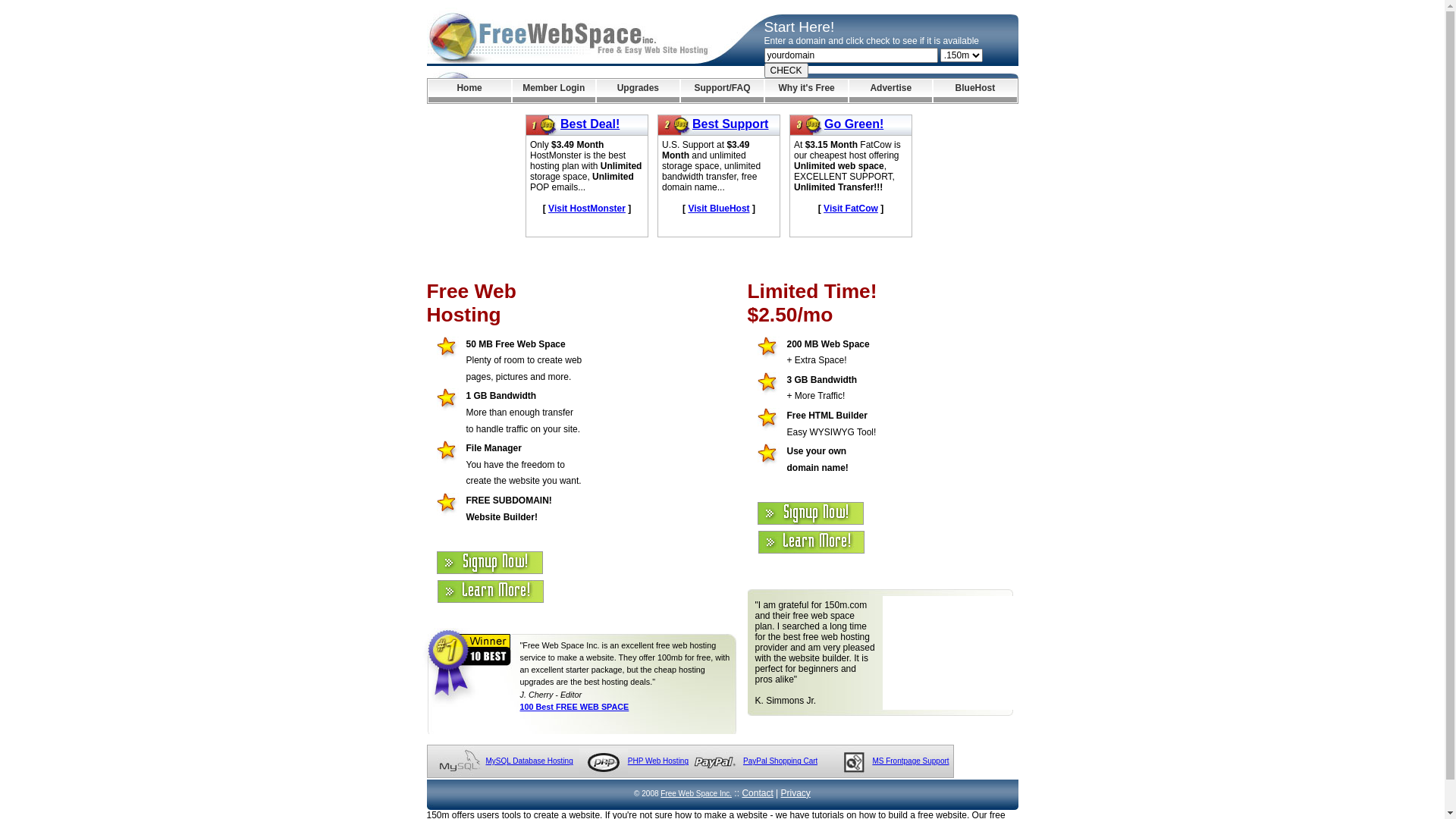  I want to click on 'PayPal Shopping Cart', so click(780, 761).